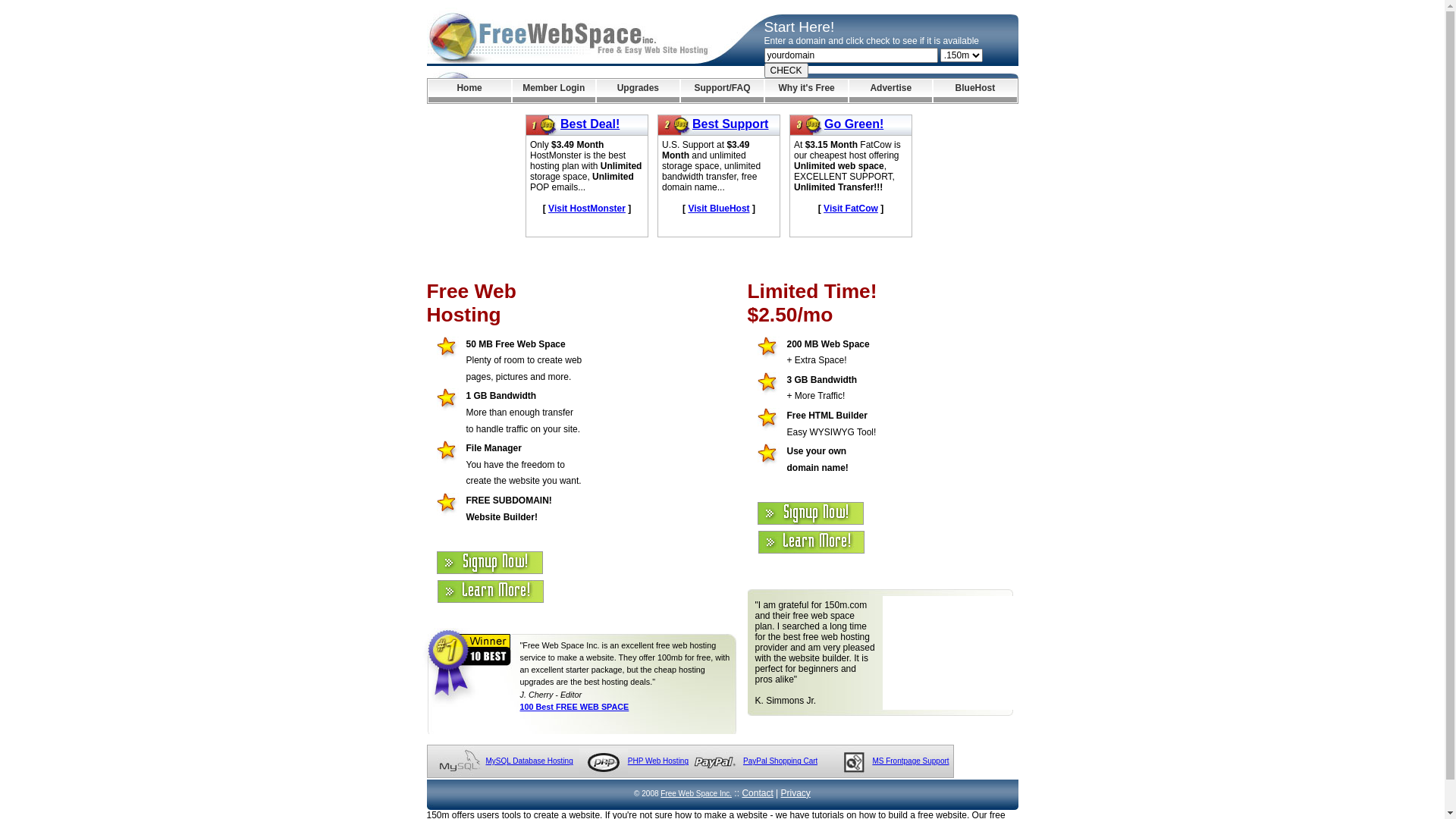  I want to click on 'PayPal Shopping Cart', so click(780, 761).